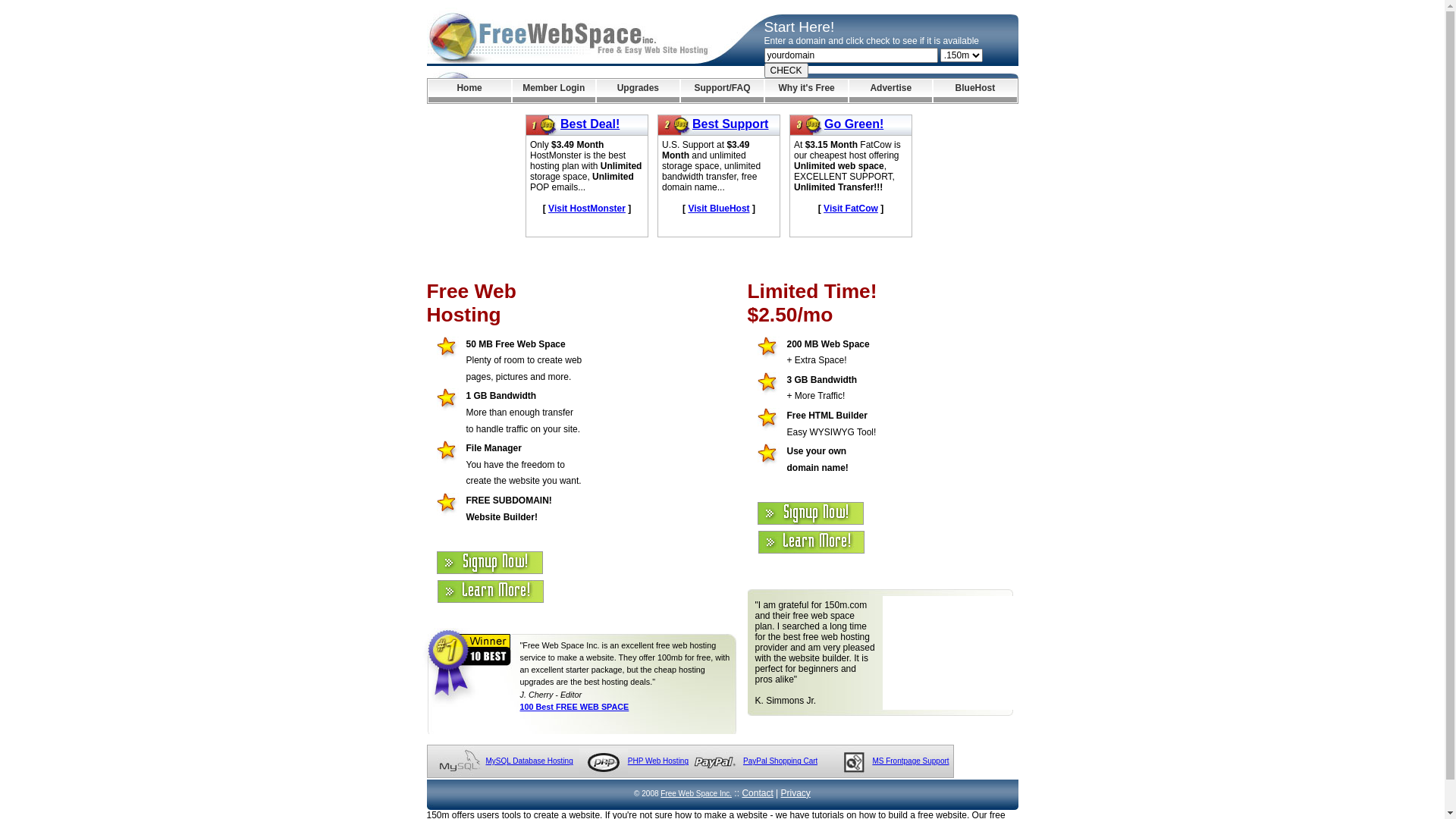  I want to click on 'PayPal Shopping Cart', so click(780, 761).